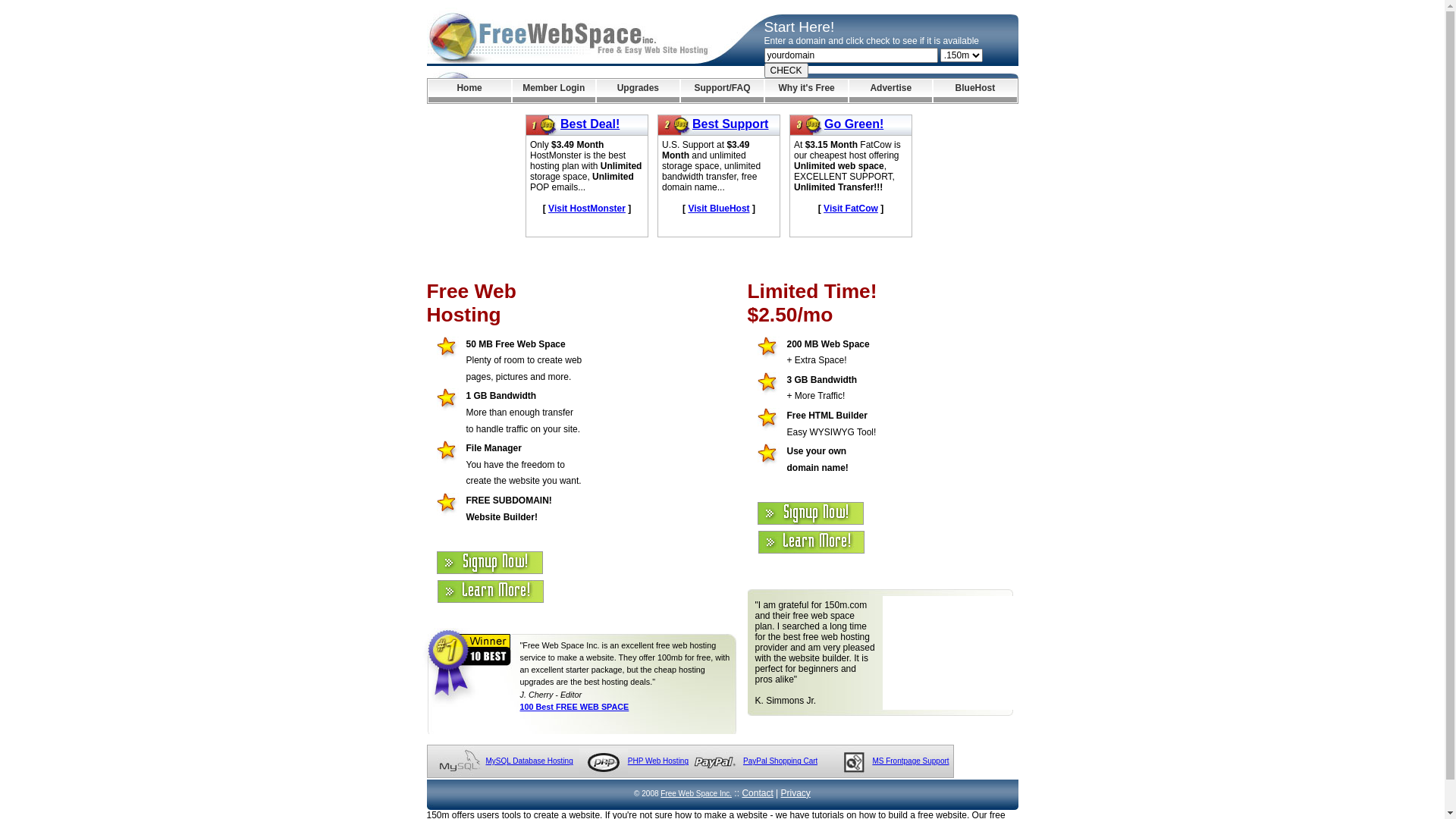  I want to click on 'PayPal Shopping Cart', so click(780, 761).